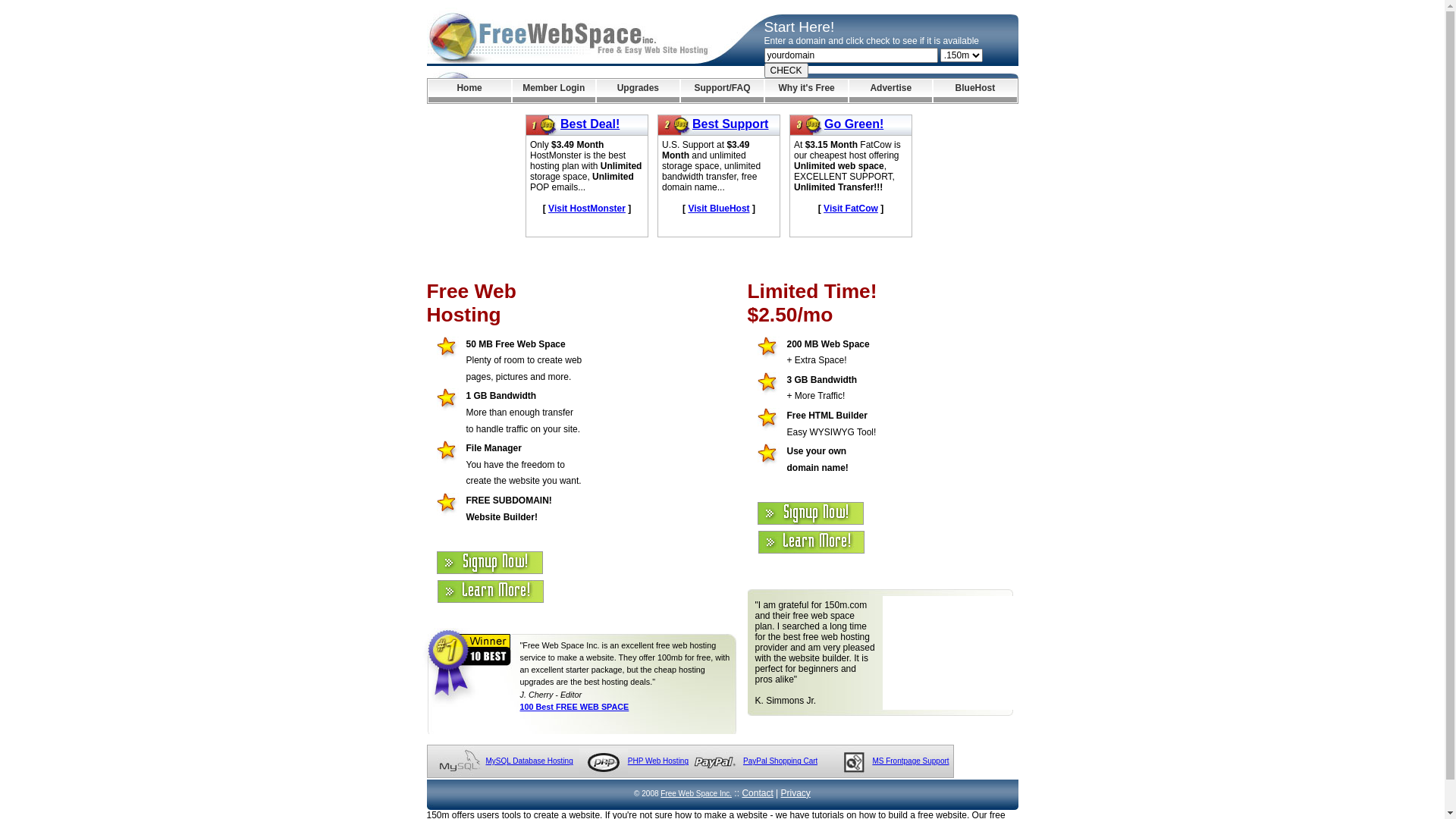  I want to click on 'PayPal Shopping Cart', so click(780, 761).